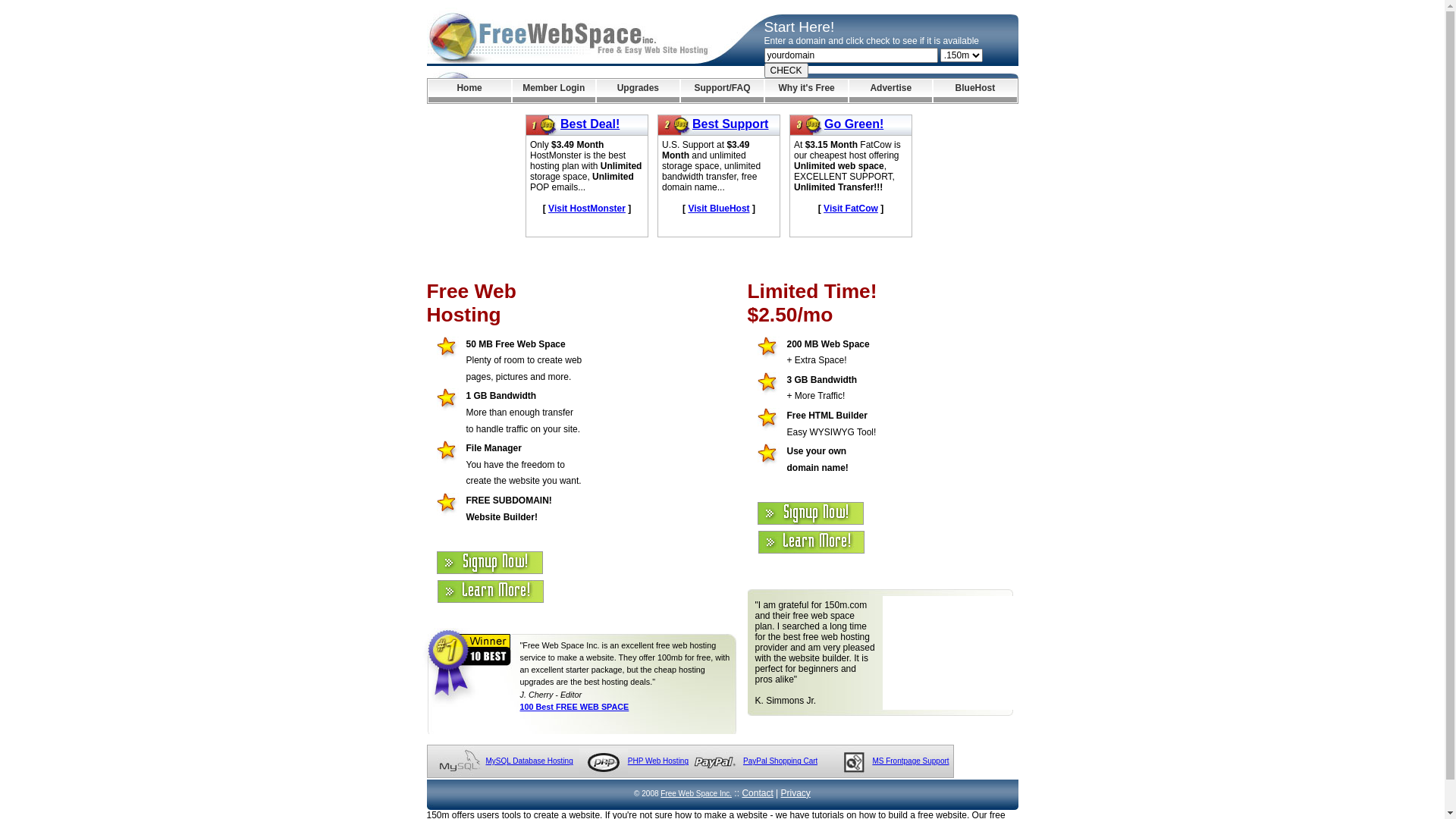  I want to click on 'PayPal Shopping Cart', so click(780, 761).